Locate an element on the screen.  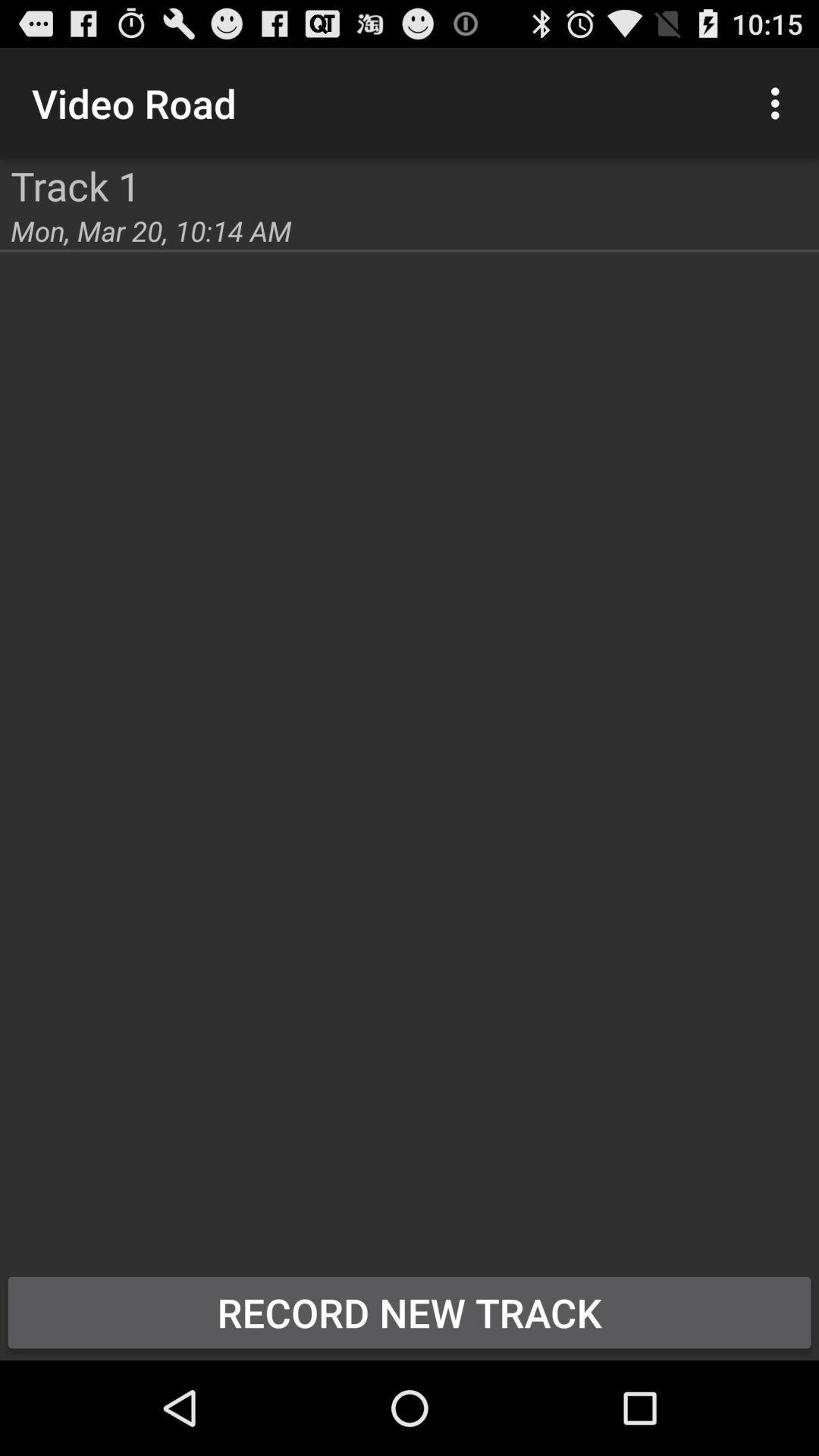
the icon above record new track icon is located at coordinates (0, 159).